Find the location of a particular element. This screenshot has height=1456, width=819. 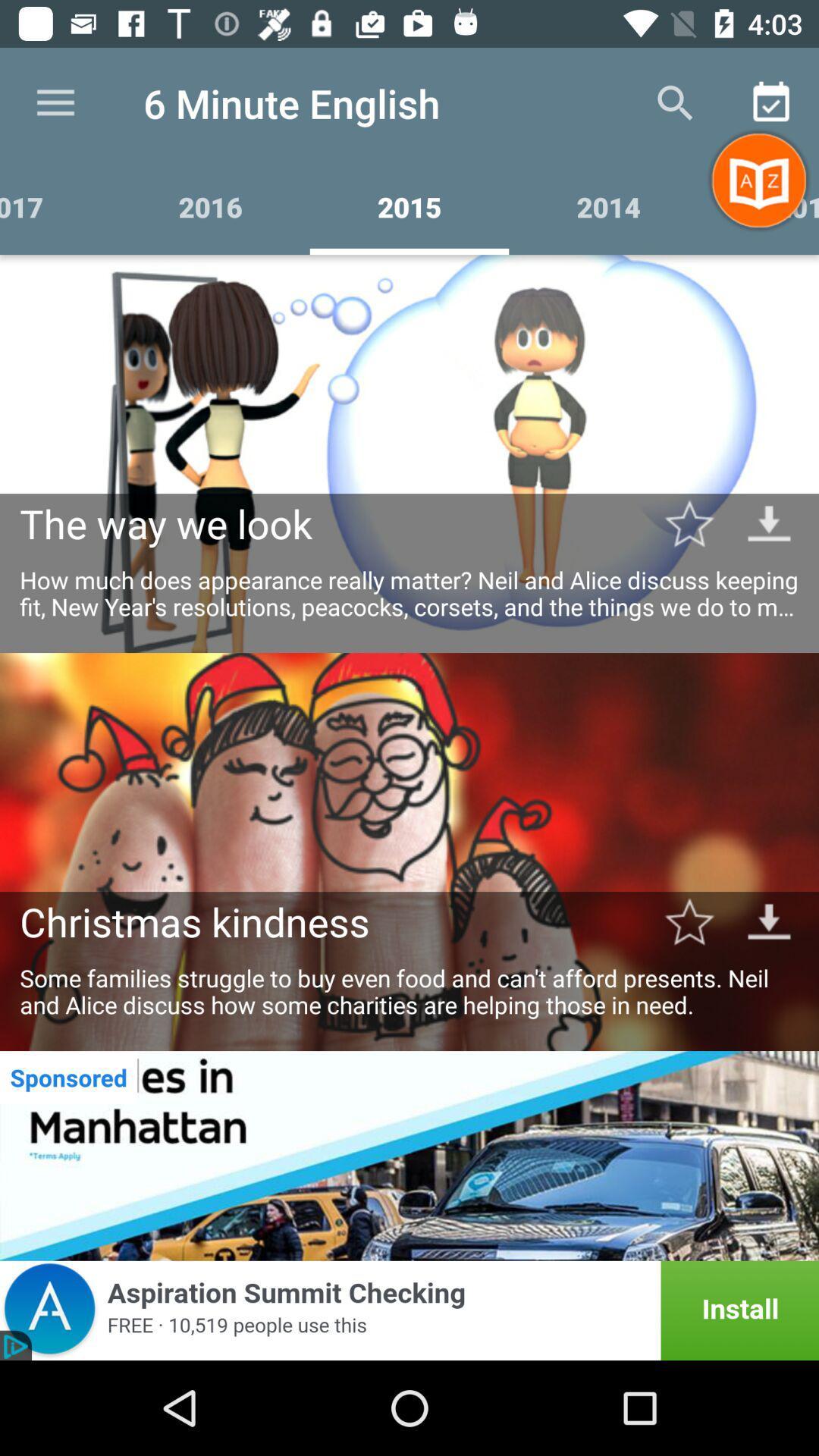

the search option is located at coordinates (675, 103).